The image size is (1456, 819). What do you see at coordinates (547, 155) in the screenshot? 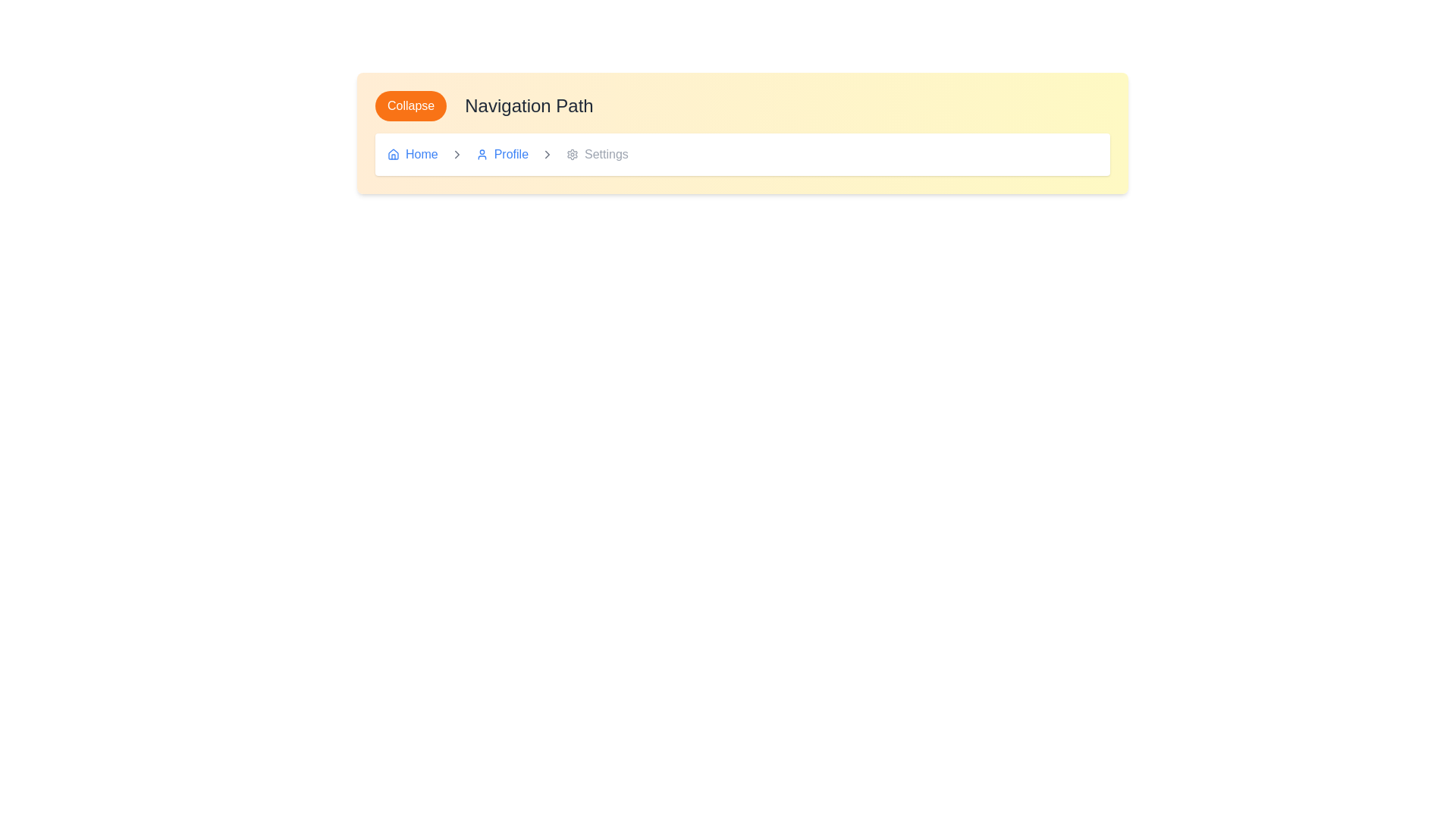
I see `the progression icon located between the 'Profile' and 'Settings' labels in the breadcrumb navigation bar` at bounding box center [547, 155].